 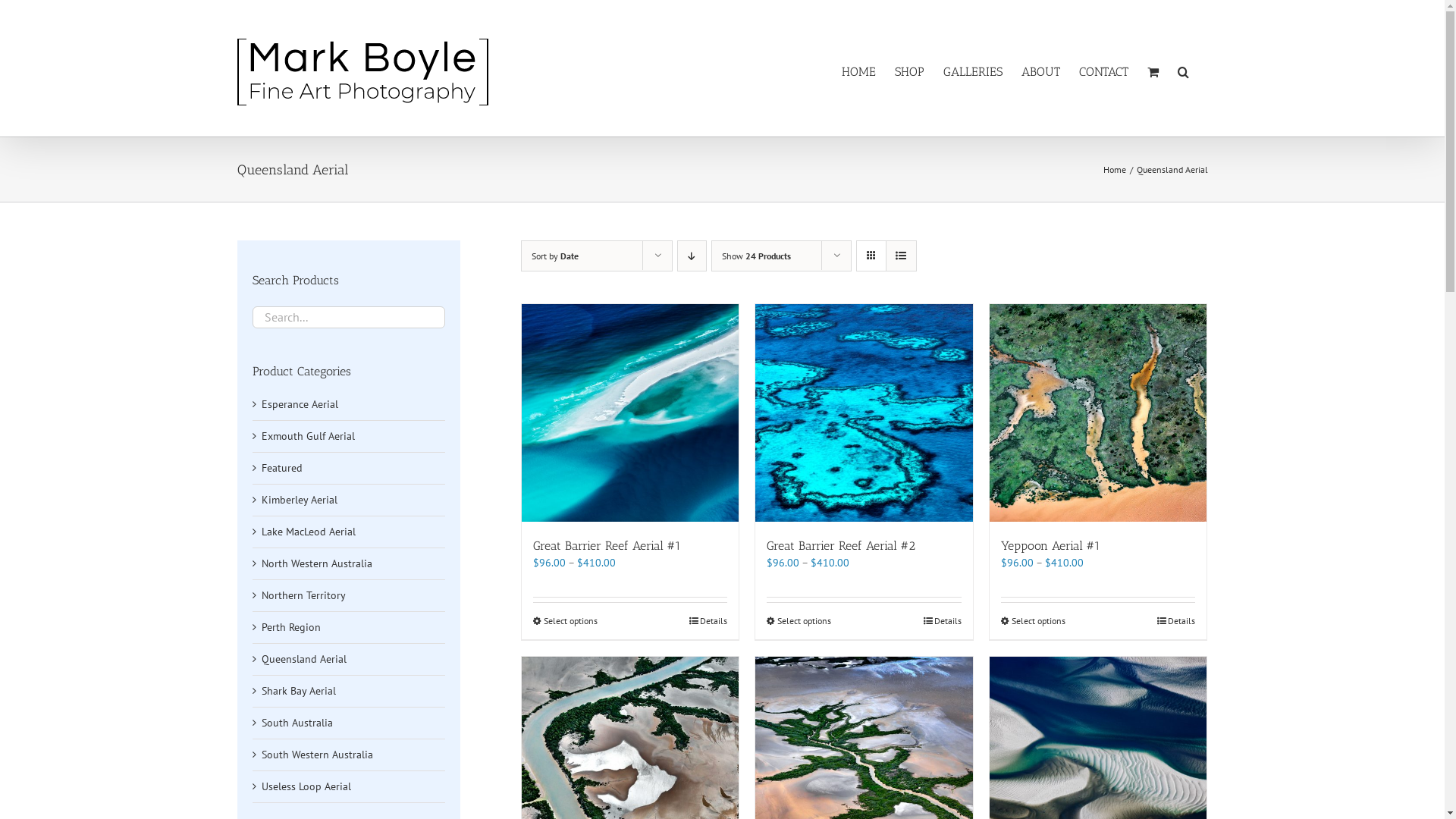 I want to click on 'Perth Region', so click(x=290, y=626).